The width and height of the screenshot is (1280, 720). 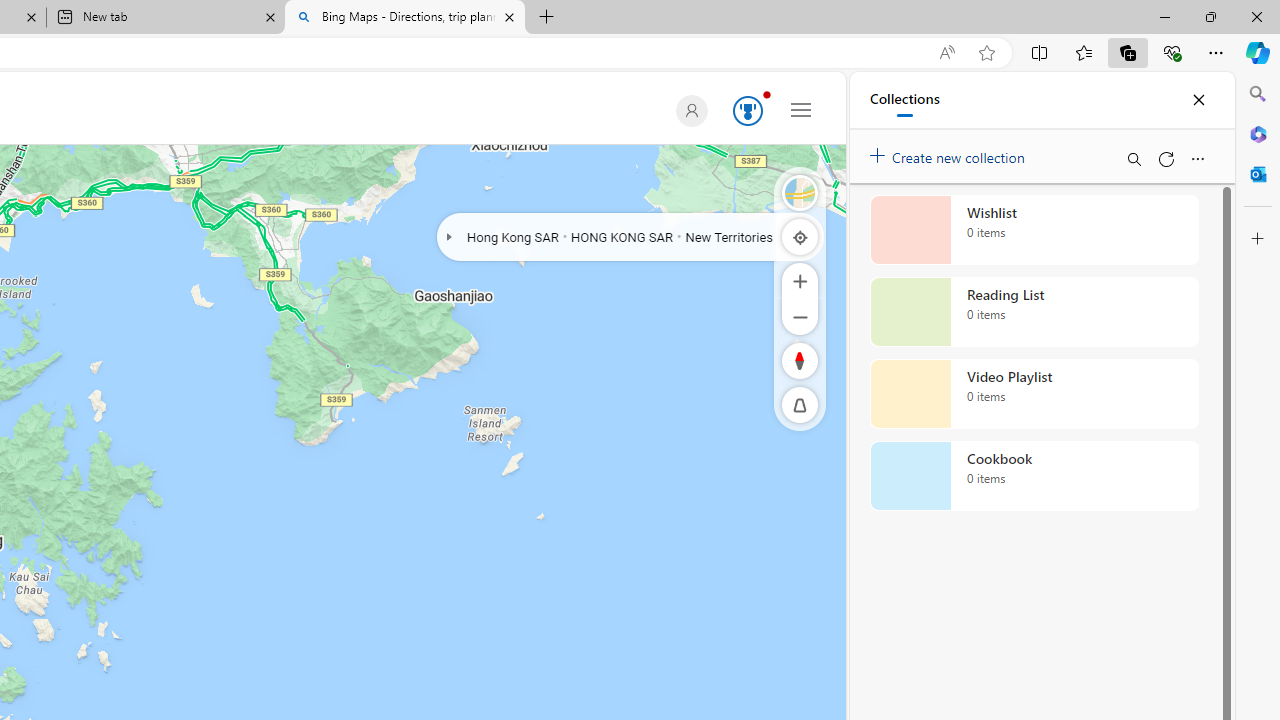 I want to click on 'Zoom In', so click(x=800, y=280).